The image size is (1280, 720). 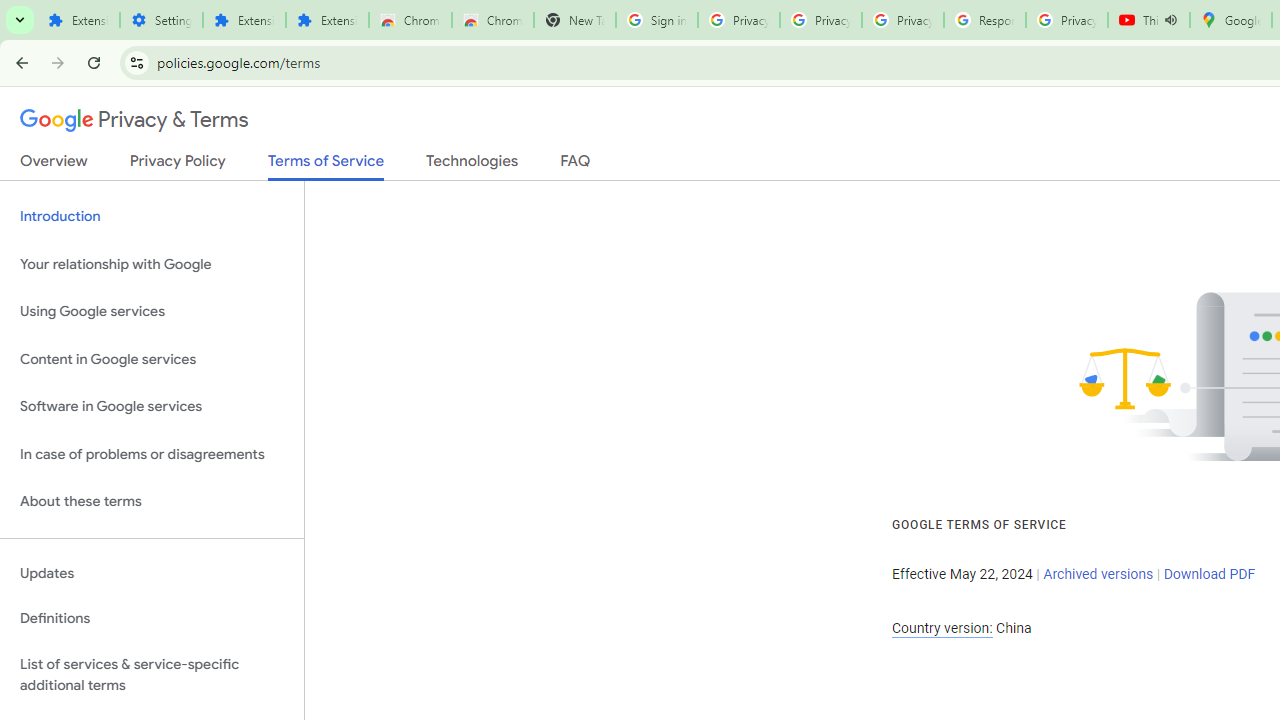 I want to click on 'About these terms', so click(x=151, y=501).